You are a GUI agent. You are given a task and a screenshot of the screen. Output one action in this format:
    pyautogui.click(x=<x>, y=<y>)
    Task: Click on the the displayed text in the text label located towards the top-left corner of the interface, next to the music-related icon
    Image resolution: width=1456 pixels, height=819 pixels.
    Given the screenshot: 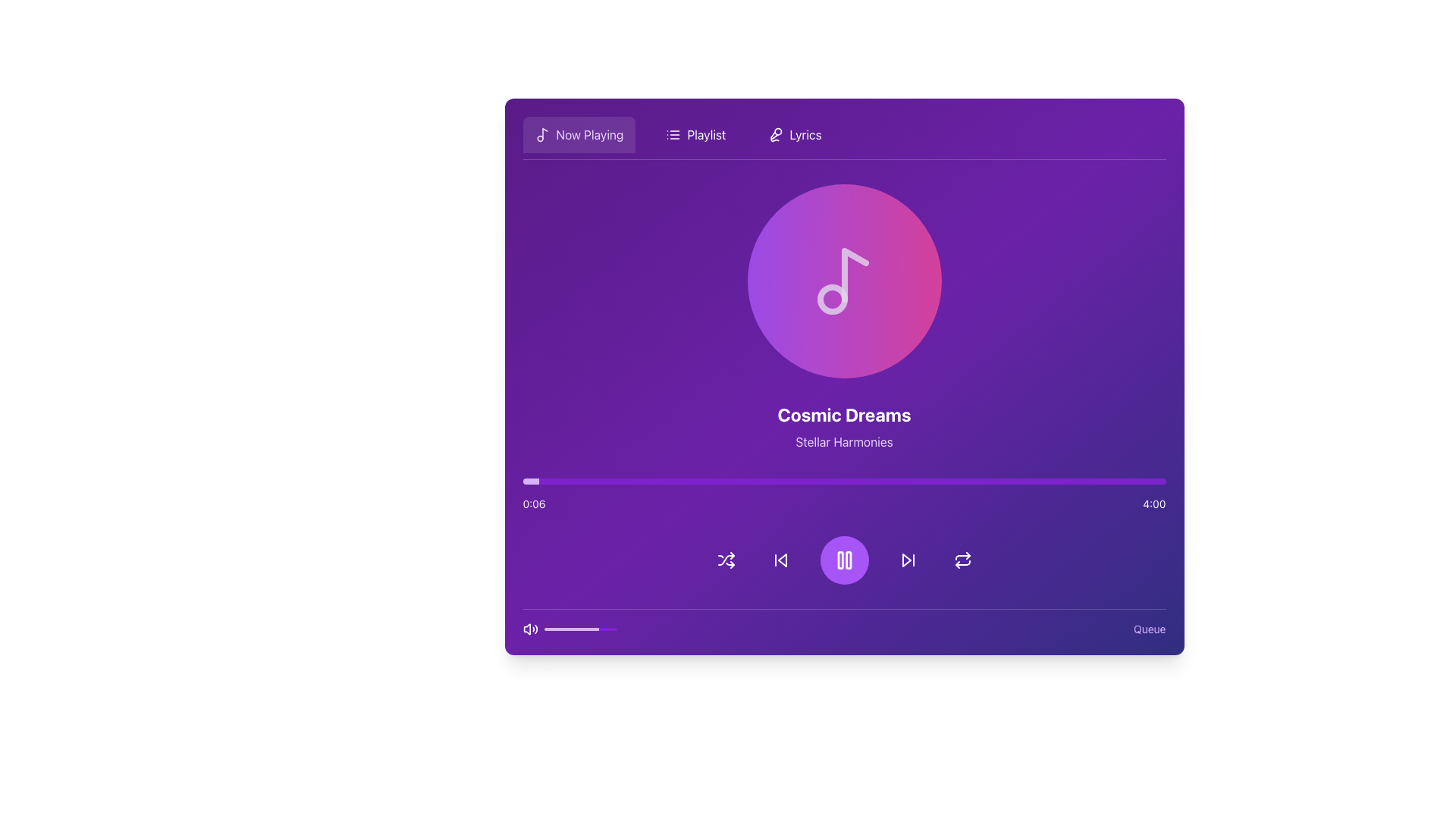 What is the action you would take?
    pyautogui.click(x=588, y=133)
    